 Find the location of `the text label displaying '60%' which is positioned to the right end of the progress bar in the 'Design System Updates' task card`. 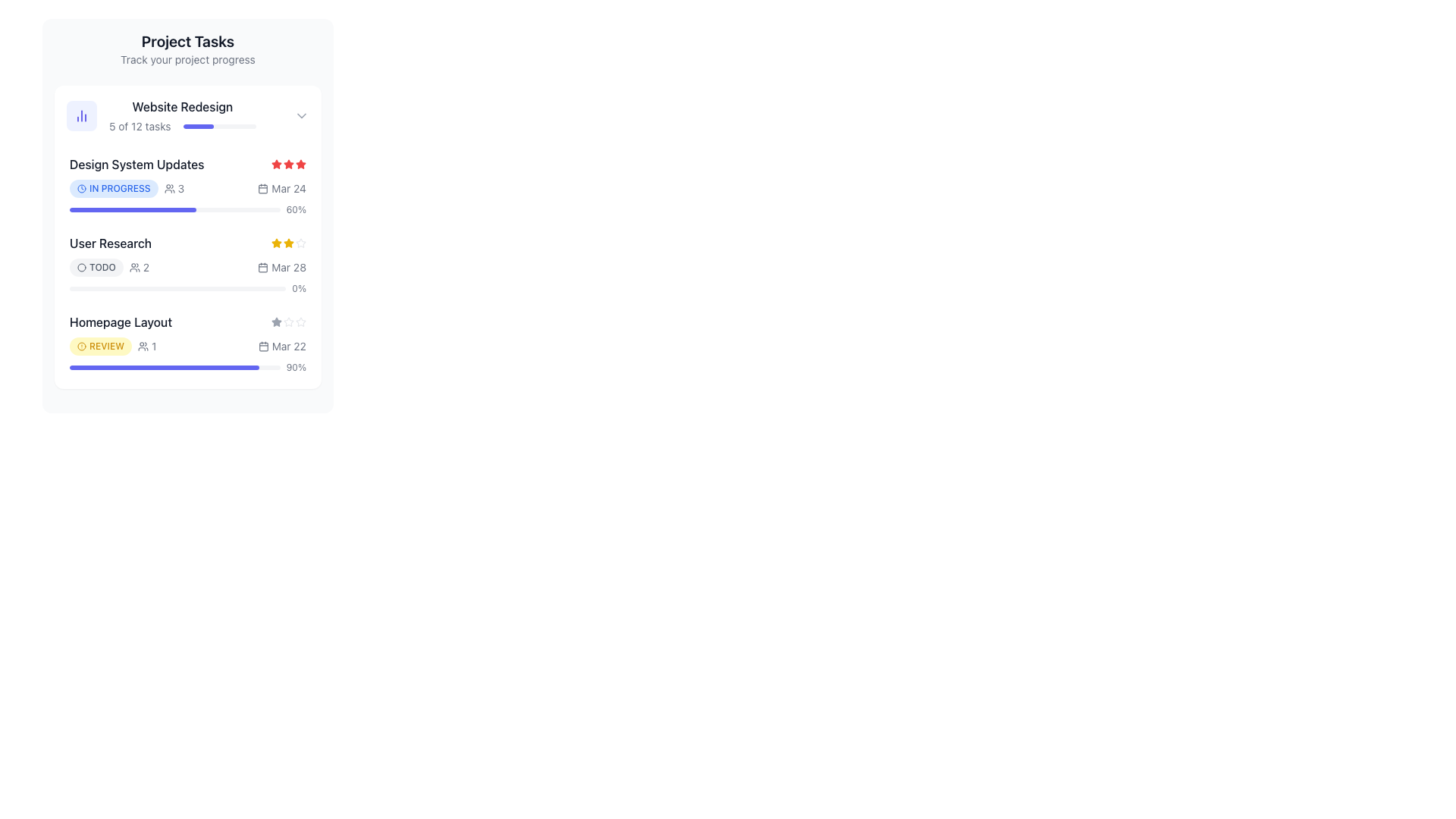

the text label displaying '60%' which is positioned to the right end of the progress bar in the 'Design System Updates' task card is located at coordinates (296, 210).